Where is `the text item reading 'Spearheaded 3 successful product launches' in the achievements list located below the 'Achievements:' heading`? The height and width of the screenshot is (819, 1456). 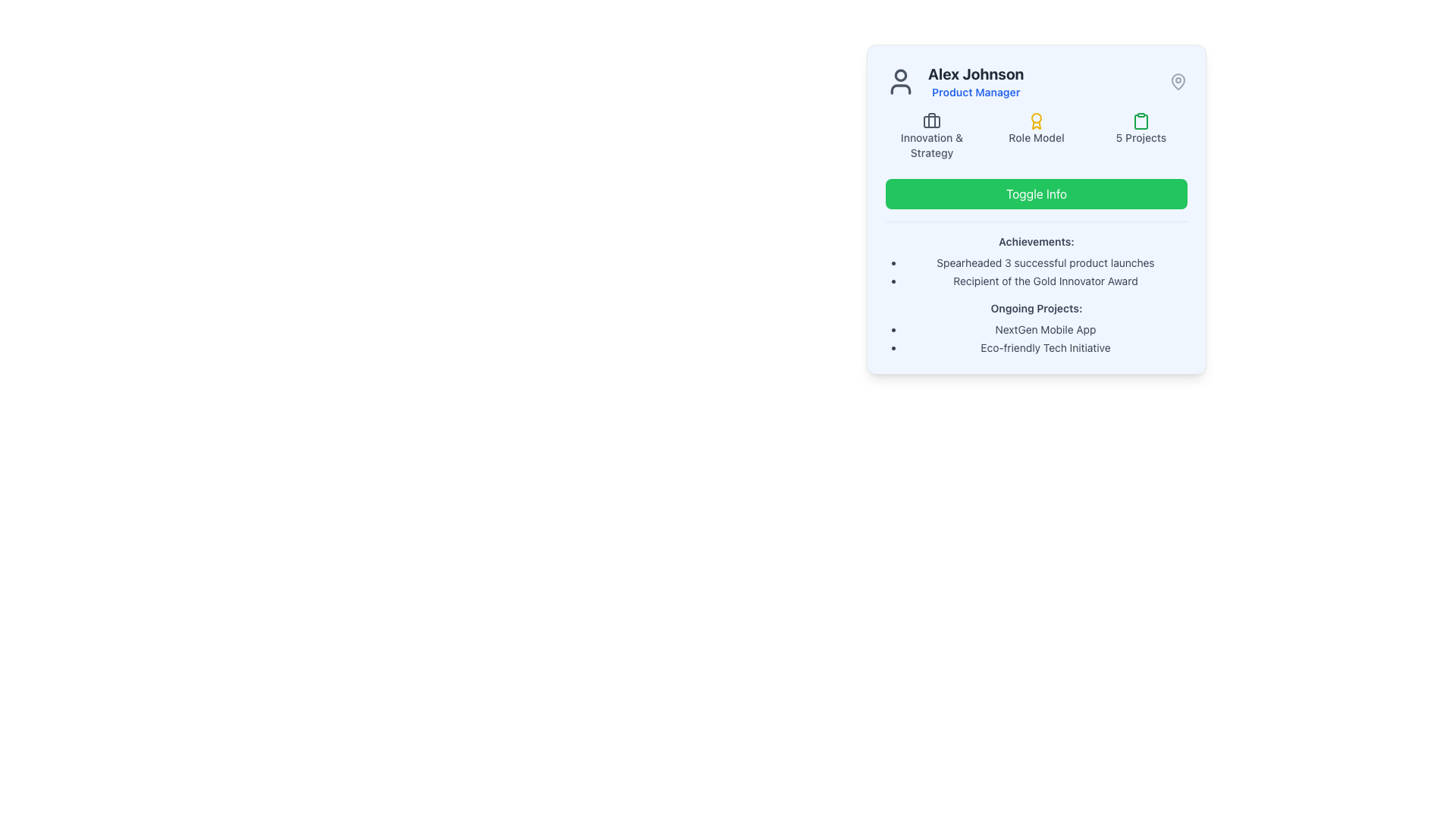 the text item reading 'Spearheaded 3 successful product launches' in the achievements list located below the 'Achievements:' heading is located at coordinates (1044, 262).